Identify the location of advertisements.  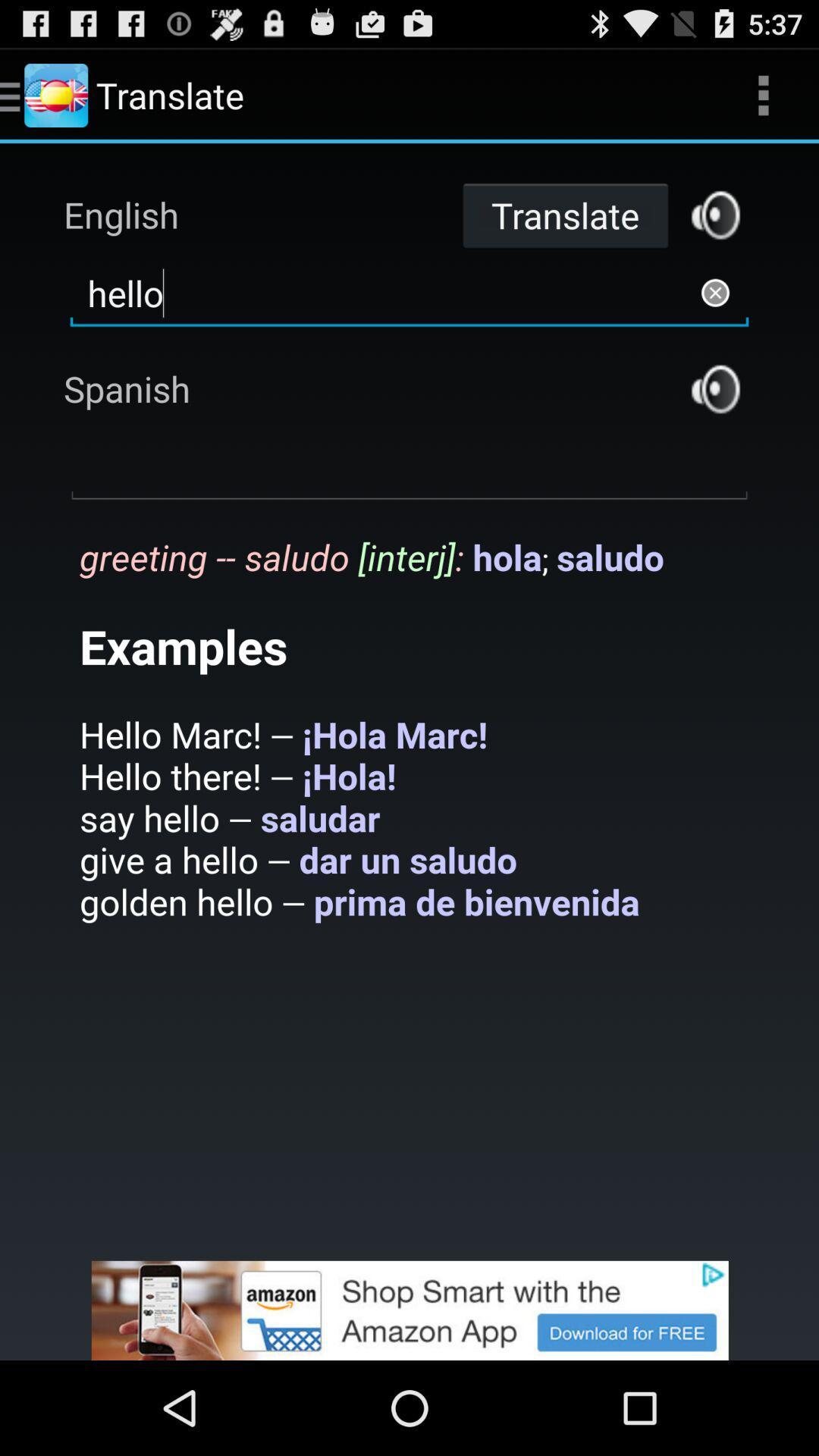
(409, 1310).